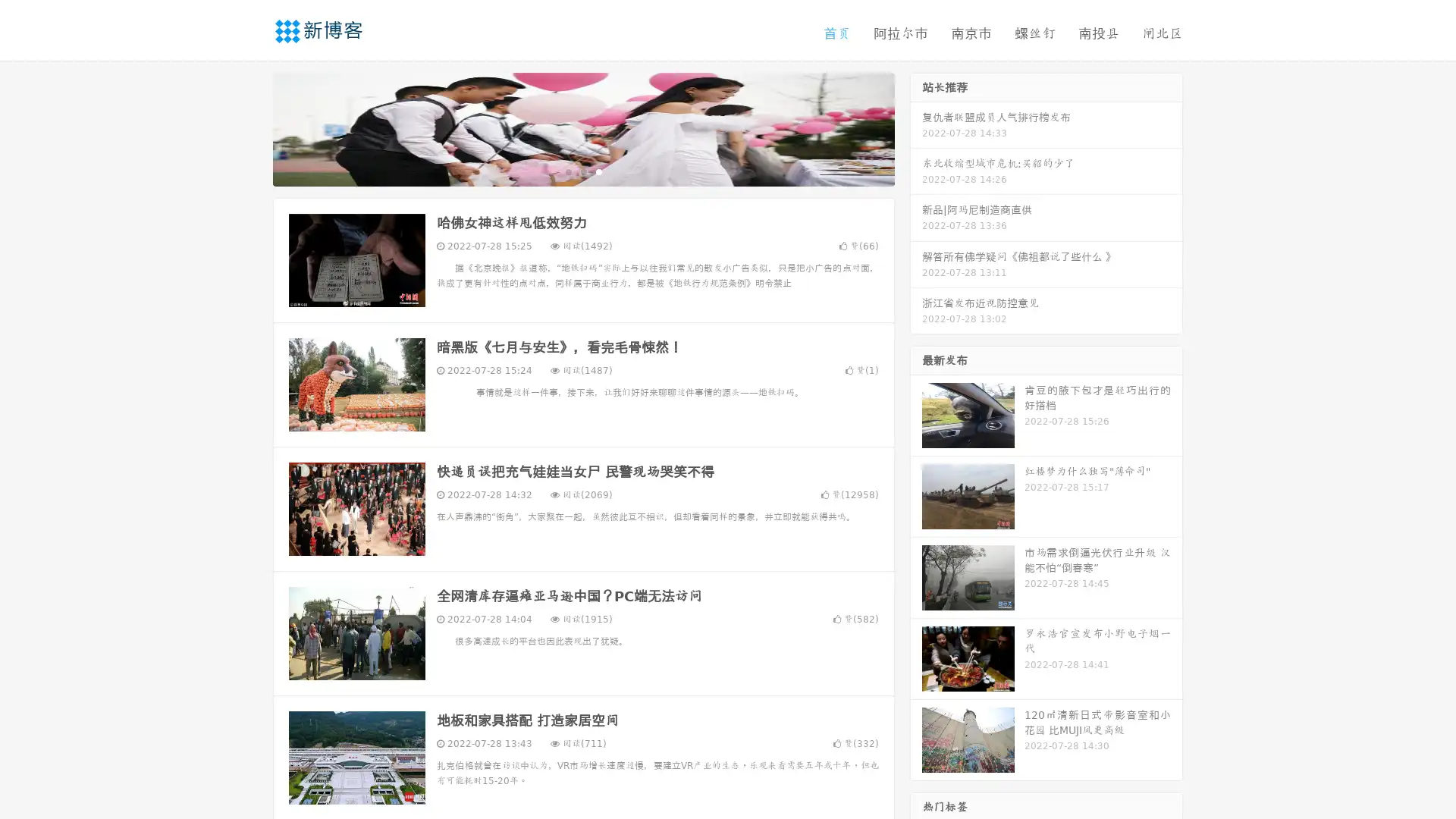 The height and width of the screenshot is (819, 1456). I want to click on Go to slide 3, so click(598, 171).